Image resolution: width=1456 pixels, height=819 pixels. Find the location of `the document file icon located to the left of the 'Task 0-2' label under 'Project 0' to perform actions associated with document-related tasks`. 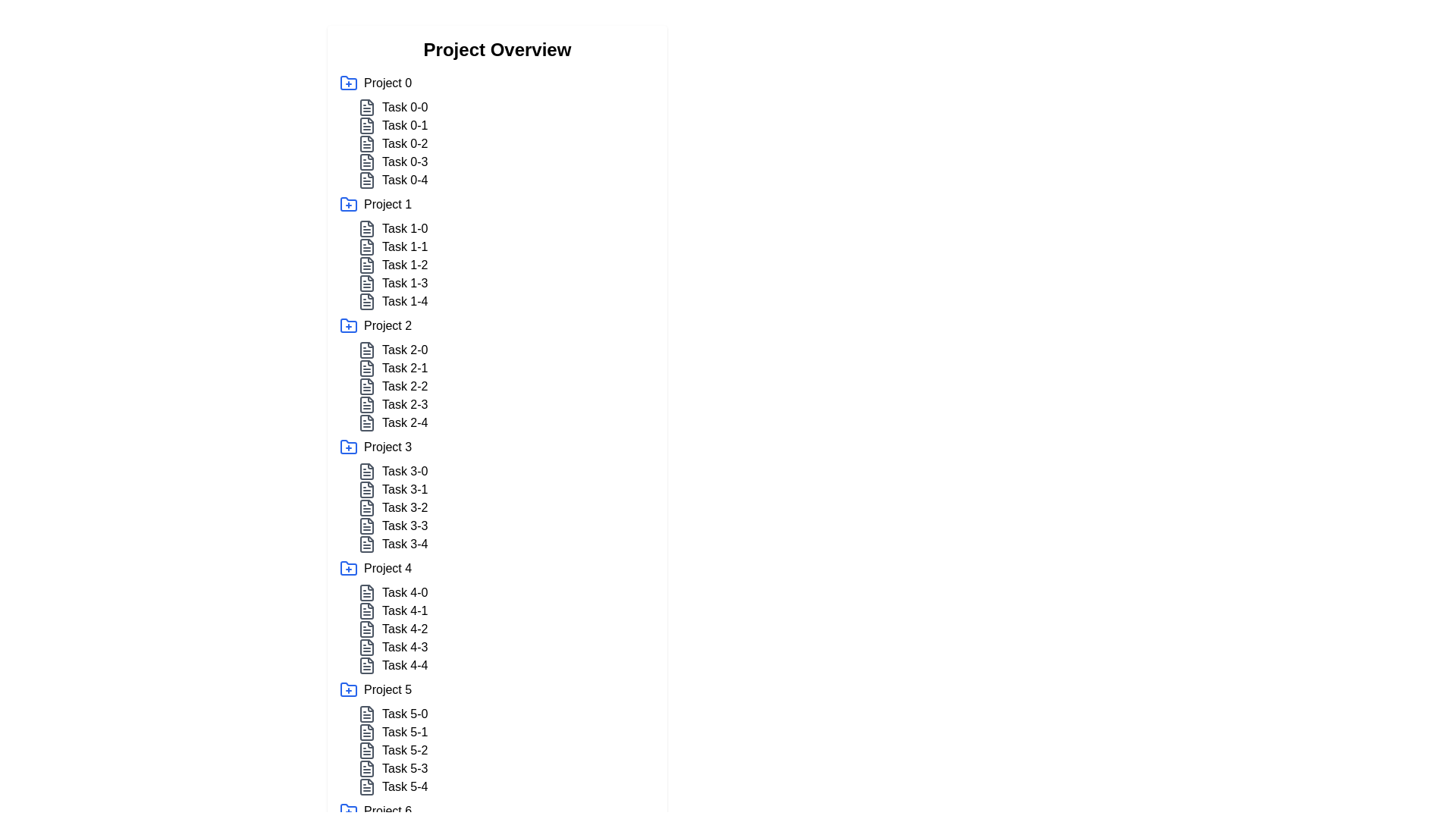

the document file icon located to the left of the 'Task 0-2' label under 'Project 0' to perform actions associated with document-related tasks is located at coordinates (367, 143).